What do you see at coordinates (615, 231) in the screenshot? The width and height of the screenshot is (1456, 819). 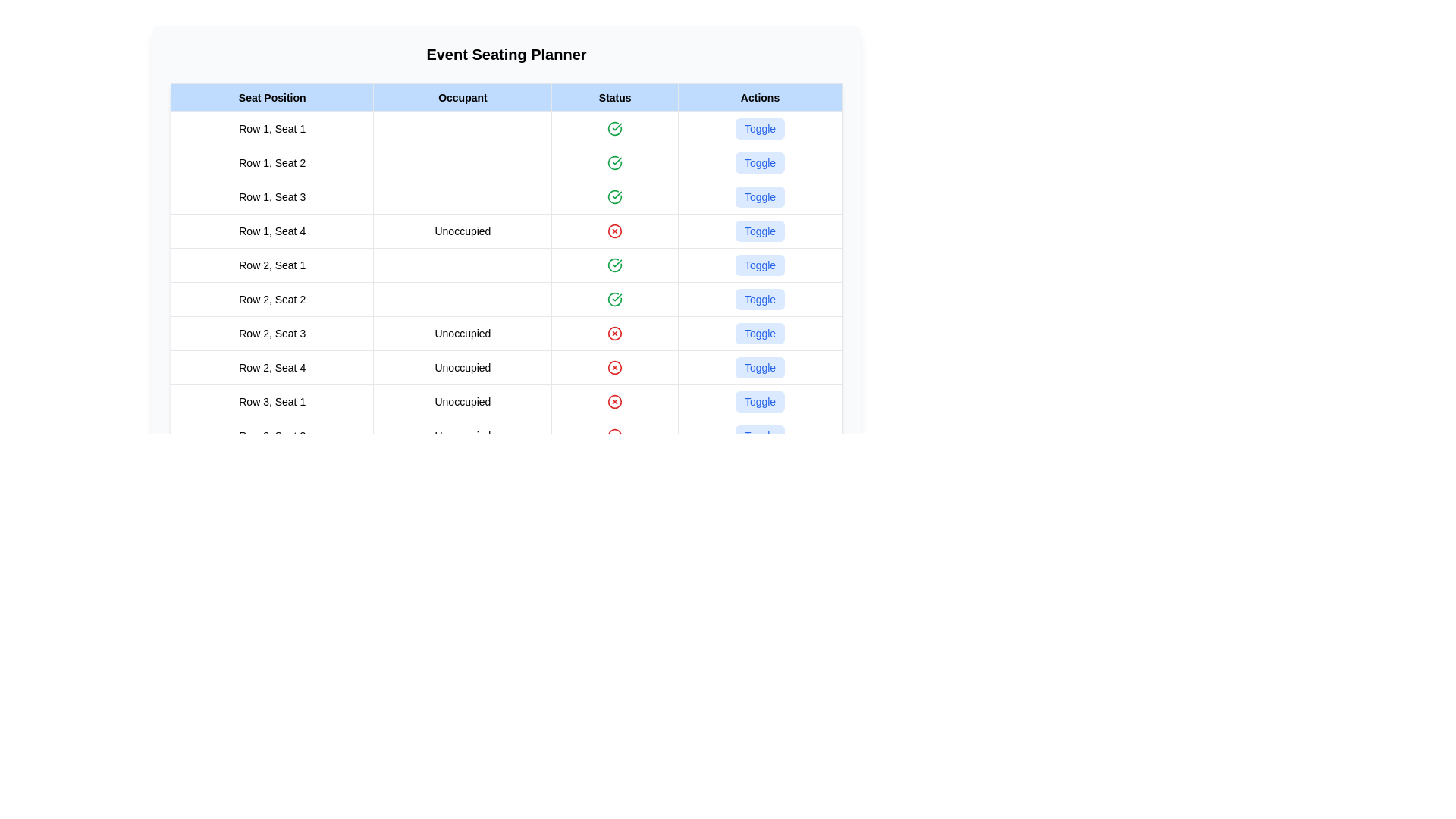 I see `the status/error icon indicating a negative status for 'Row 1, Seat 4' in the status column of the table` at bounding box center [615, 231].